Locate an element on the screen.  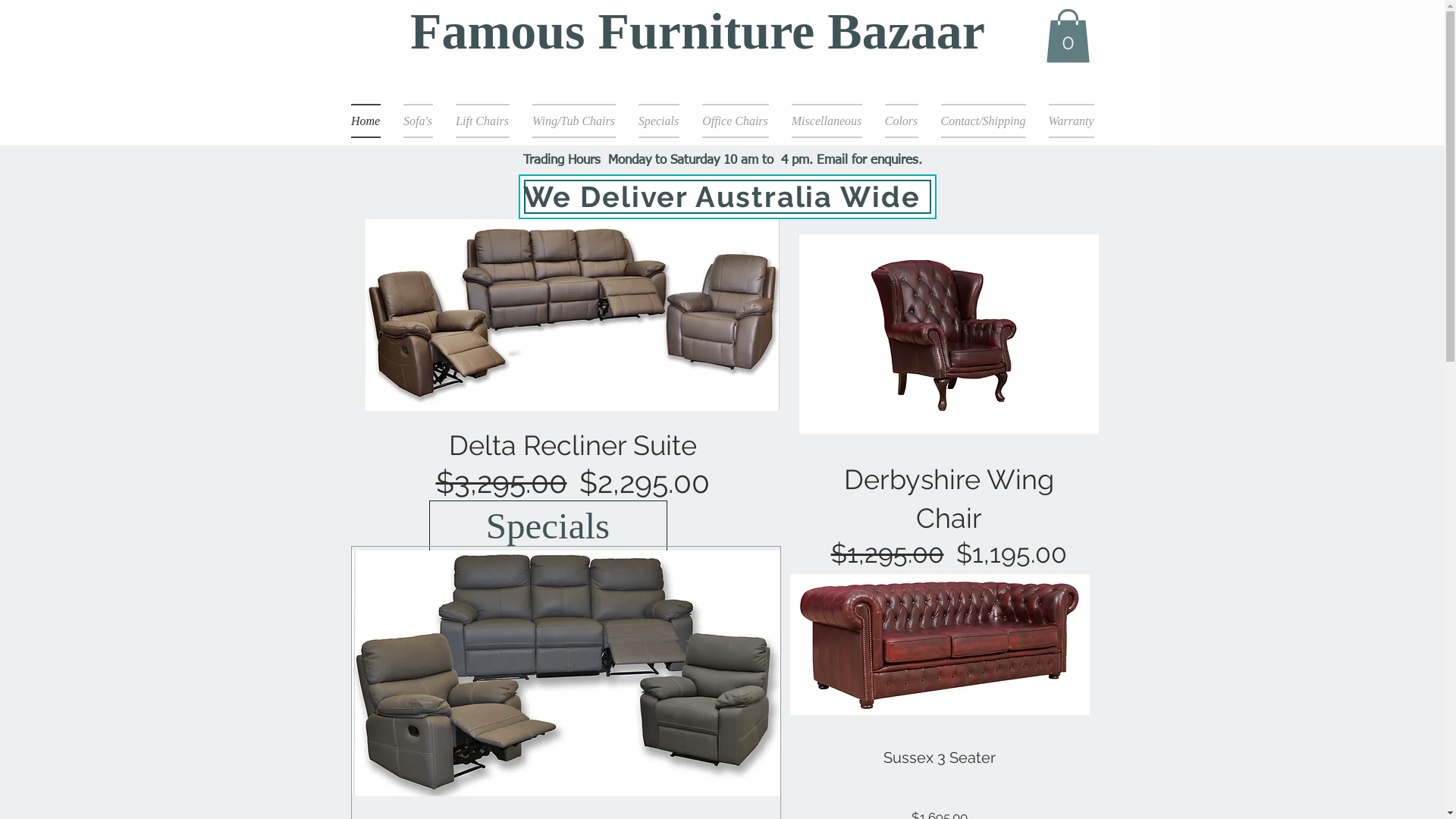
'Office Chairs' is located at coordinates (735, 120).